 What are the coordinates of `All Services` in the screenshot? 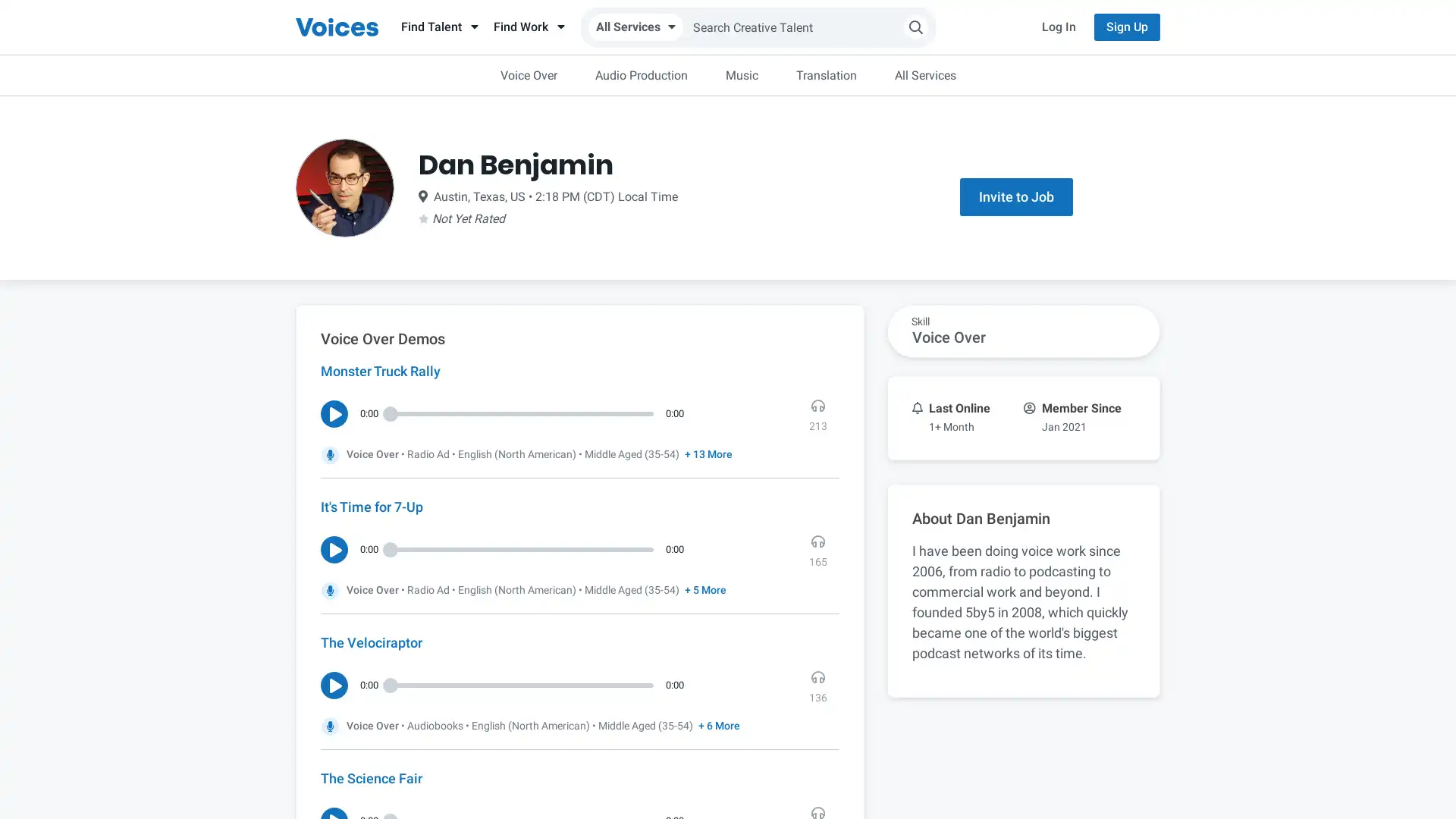 It's located at (635, 27).